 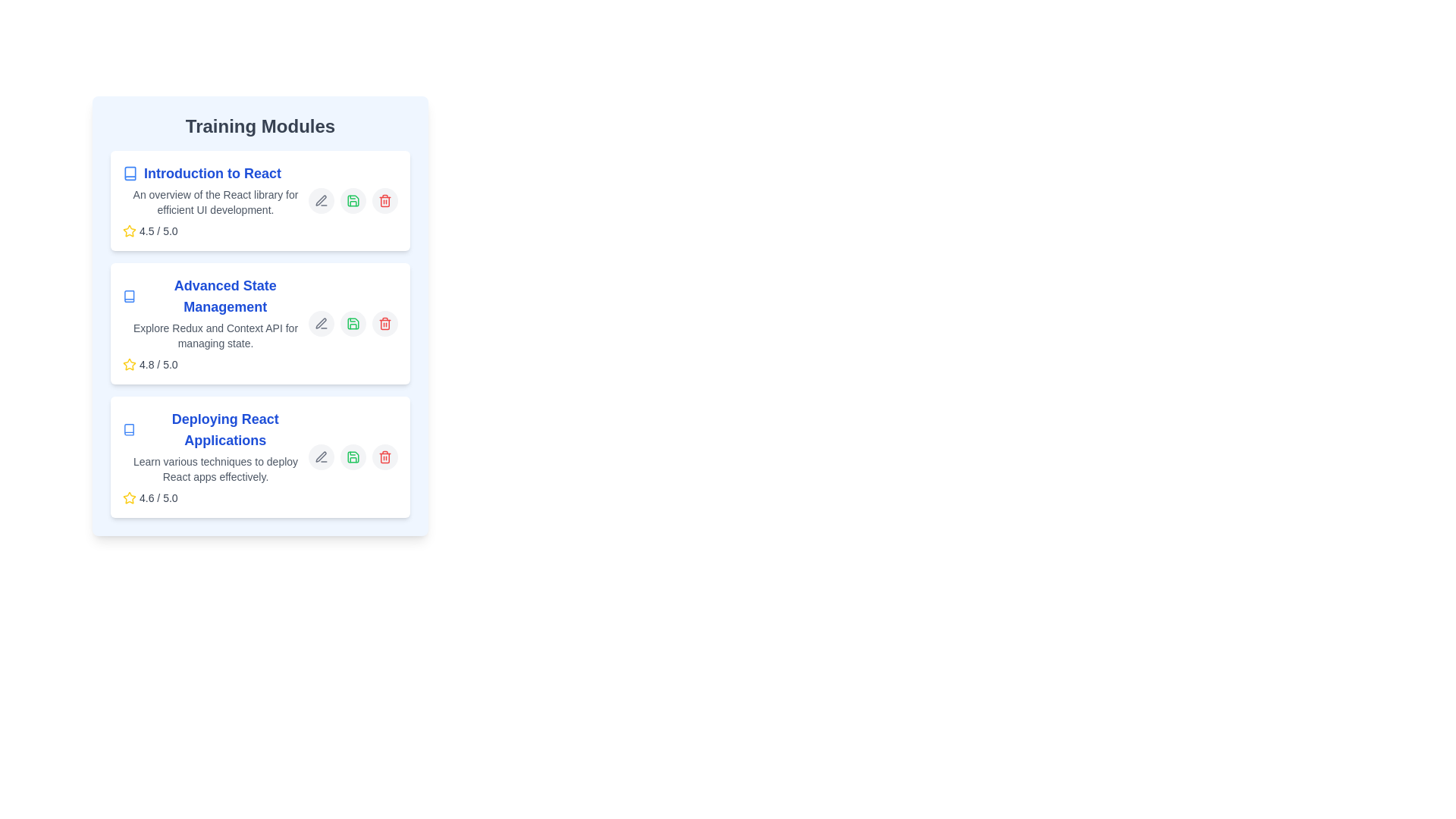 What do you see at coordinates (385, 323) in the screenshot?
I see `the delete button located to the far right in the row of three buttons for the 'Advanced State Management' training module to change its background color` at bounding box center [385, 323].